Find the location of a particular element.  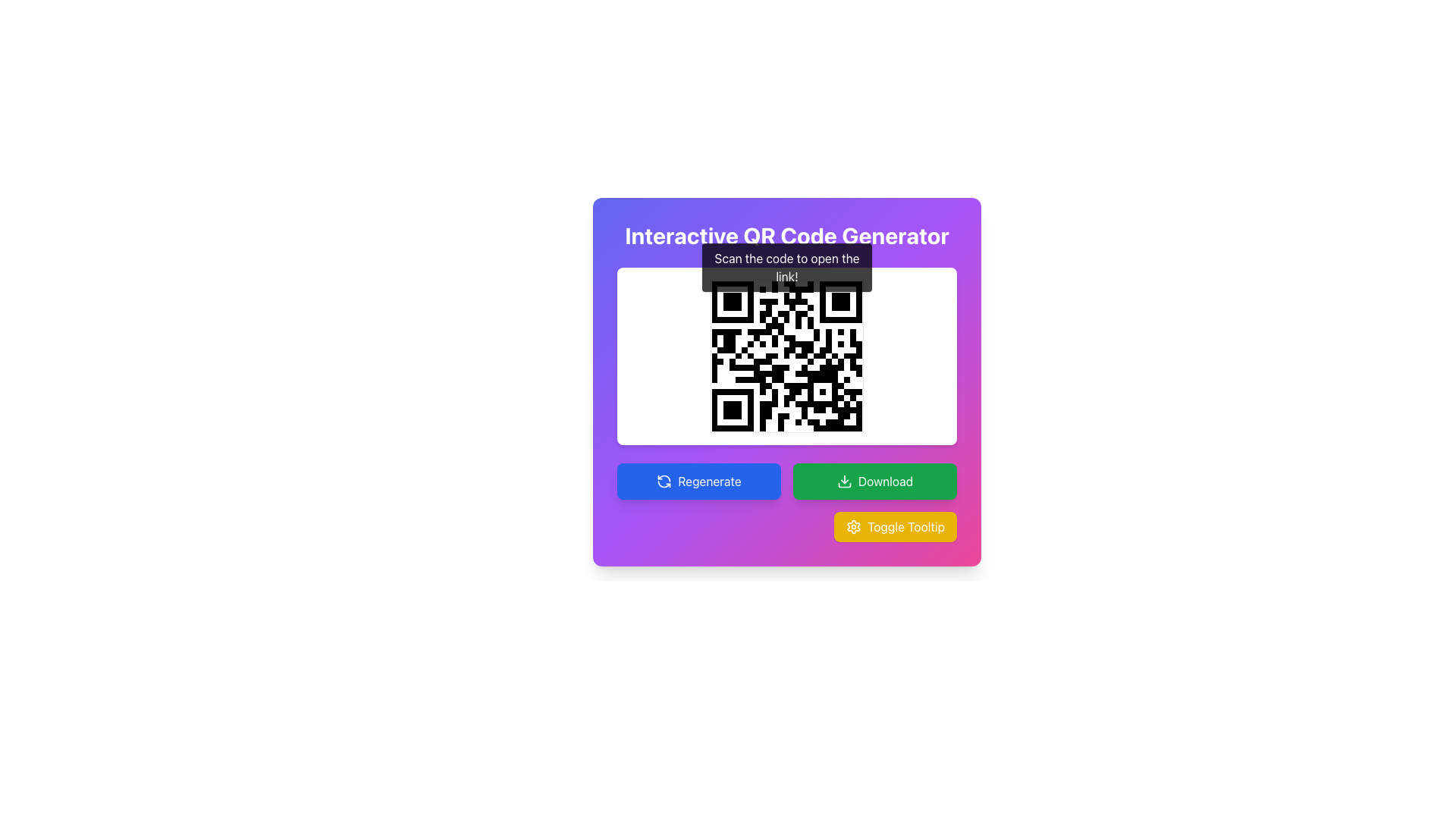

the gear-shaped icon located to the left of the 'Toggle Tooltip' text within the yellow button at the bottom-right of the card interface to interact is located at coordinates (854, 526).